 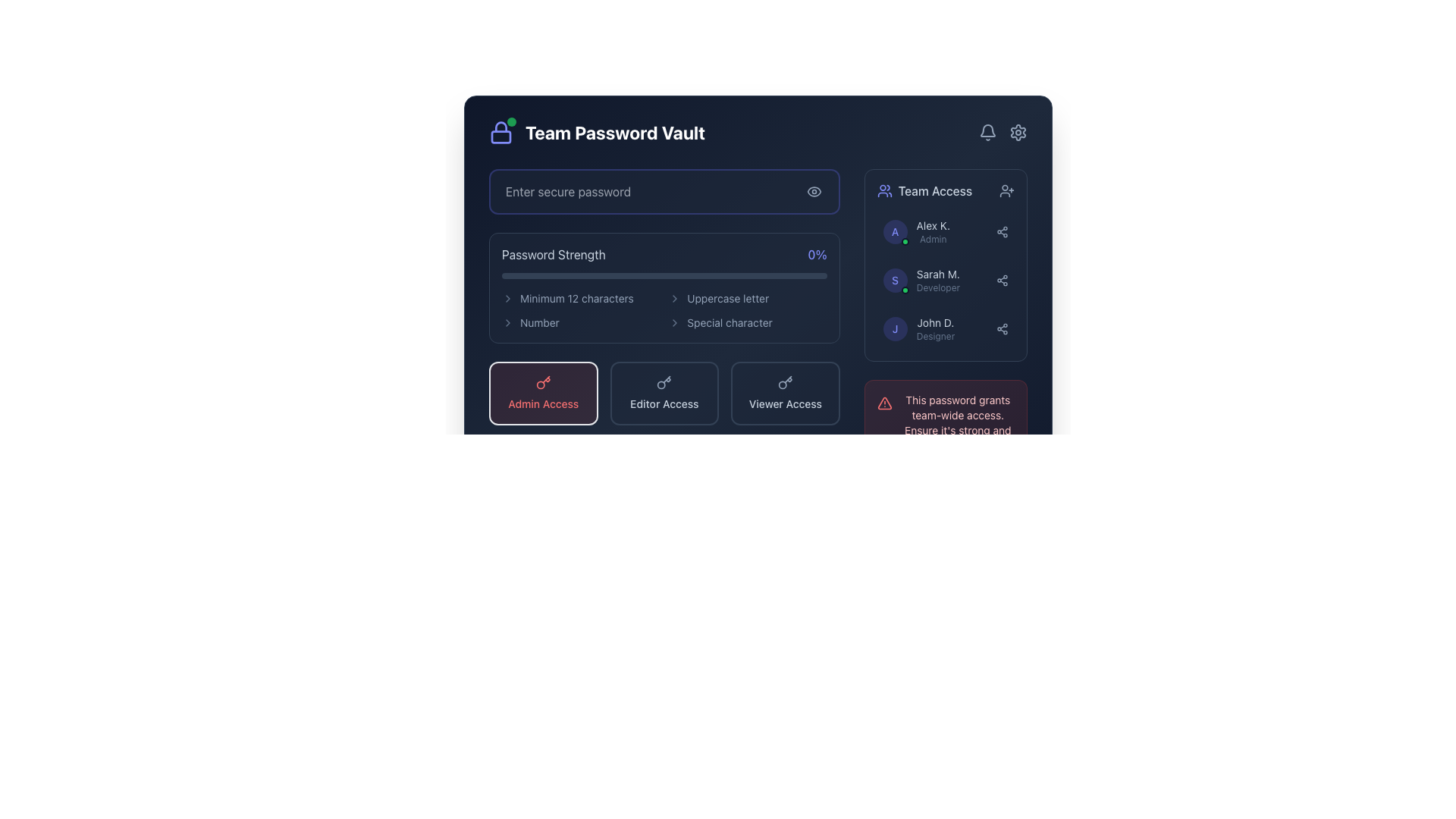 I want to click on the key icon within the 'Editor Access' button, which is styled with a dark theme and positioned between the 'Admin Access' and 'Viewer Access' buttons, so click(x=664, y=382).